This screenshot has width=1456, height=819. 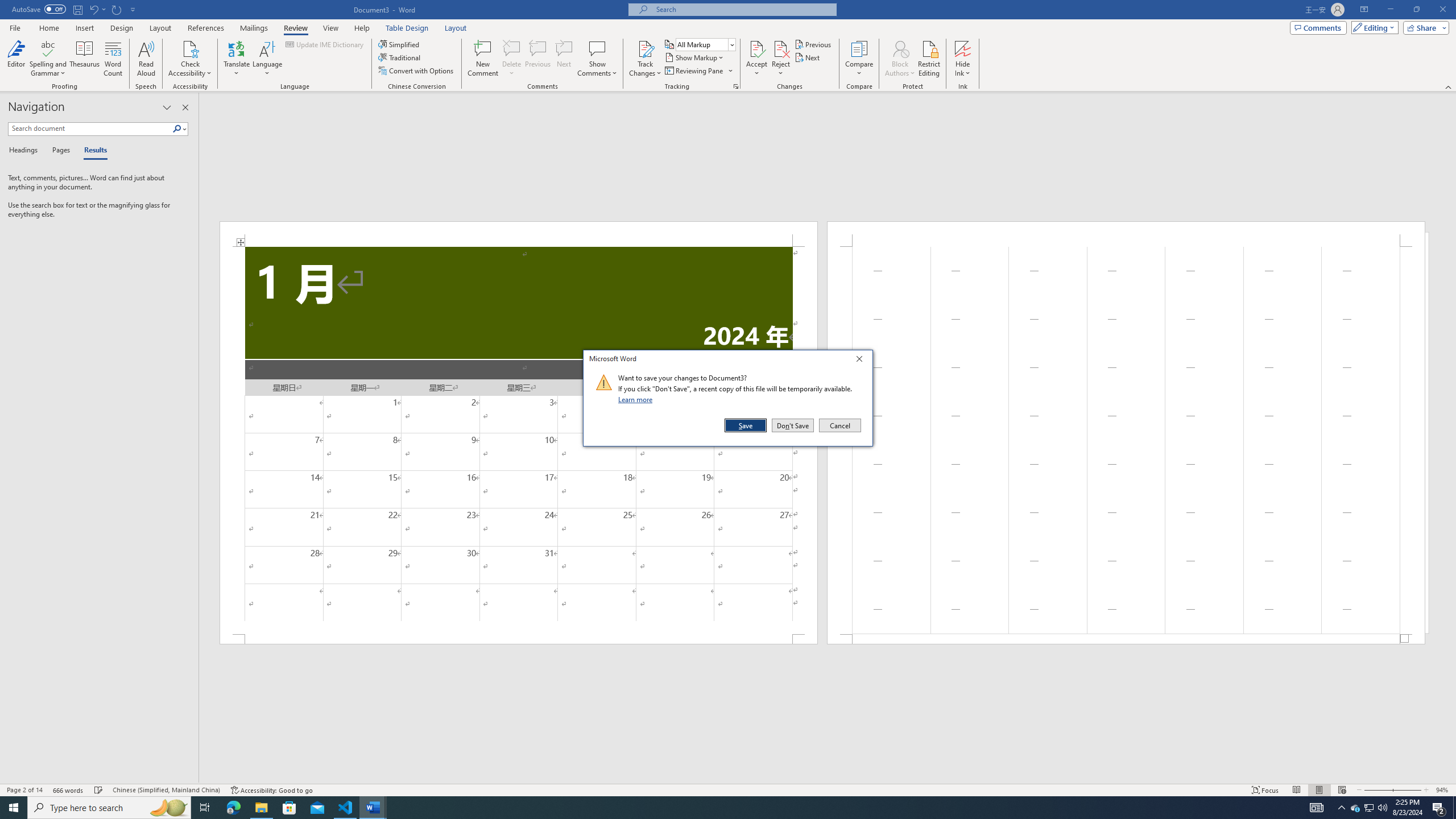 I want to click on 'Comments', so click(x=1318, y=27).